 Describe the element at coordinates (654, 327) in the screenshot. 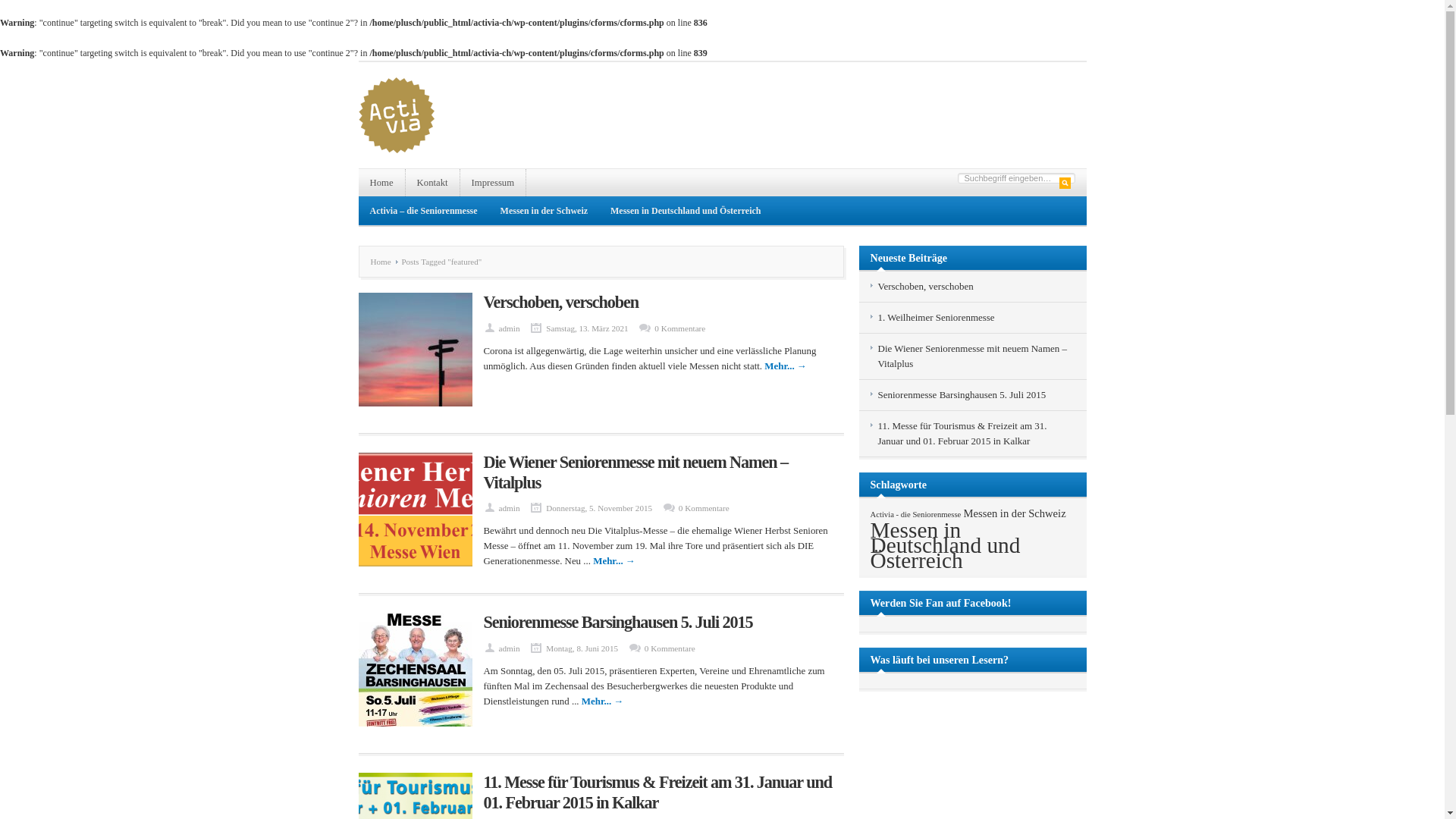

I see `'0 Kommentare'` at that location.